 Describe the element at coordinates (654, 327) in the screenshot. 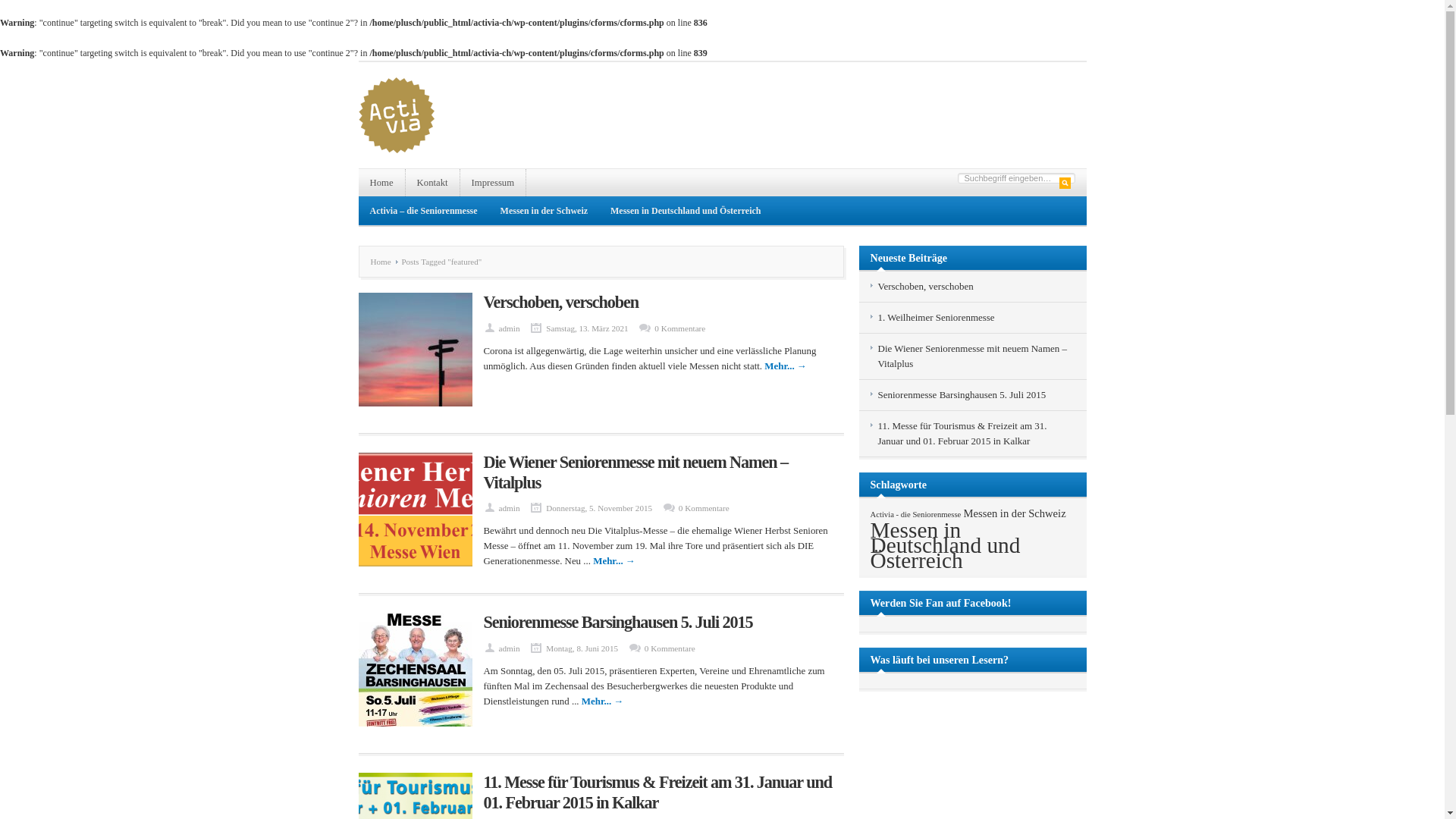

I see `'0 Kommentare'` at that location.